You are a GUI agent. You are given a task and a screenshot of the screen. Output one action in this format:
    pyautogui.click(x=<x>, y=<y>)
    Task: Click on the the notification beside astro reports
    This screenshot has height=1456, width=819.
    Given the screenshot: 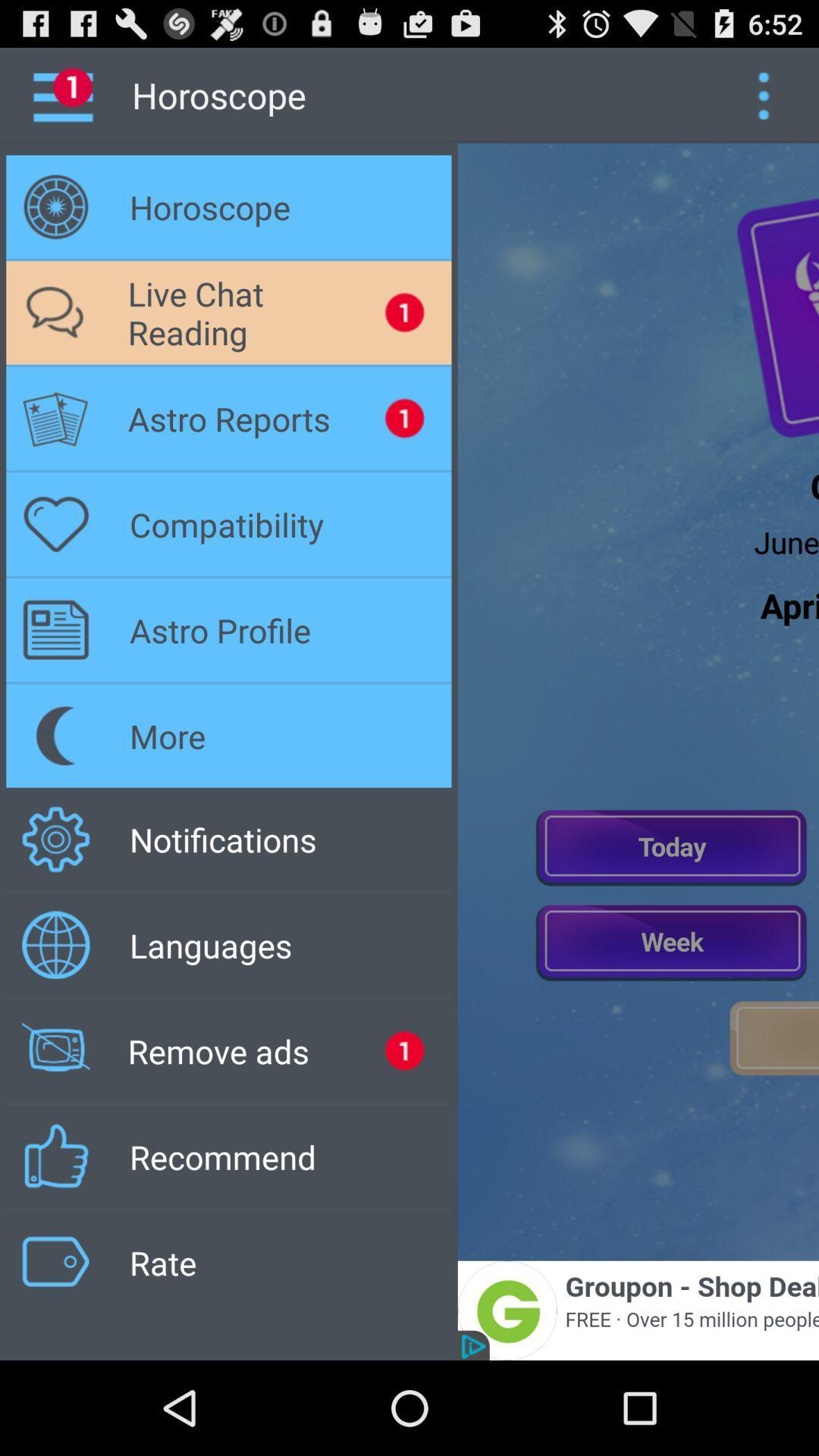 What is the action you would take?
    pyautogui.click(x=403, y=419)
    